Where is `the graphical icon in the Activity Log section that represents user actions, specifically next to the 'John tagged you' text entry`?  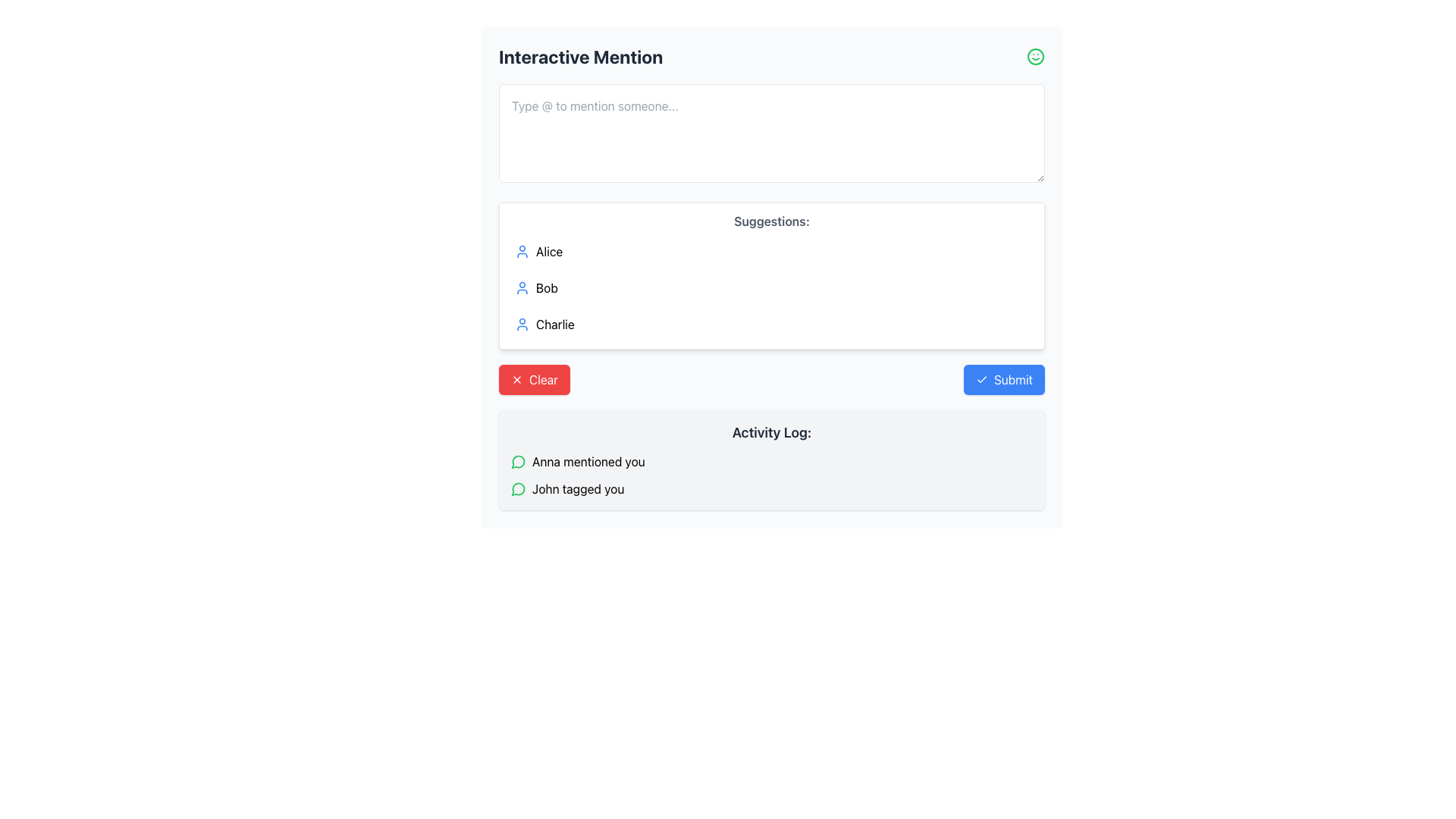 the graphical icon in the Activity Log section that represents user actions, specifically next to the 'John tagged you' text entry is located at coordinates (518, 489).